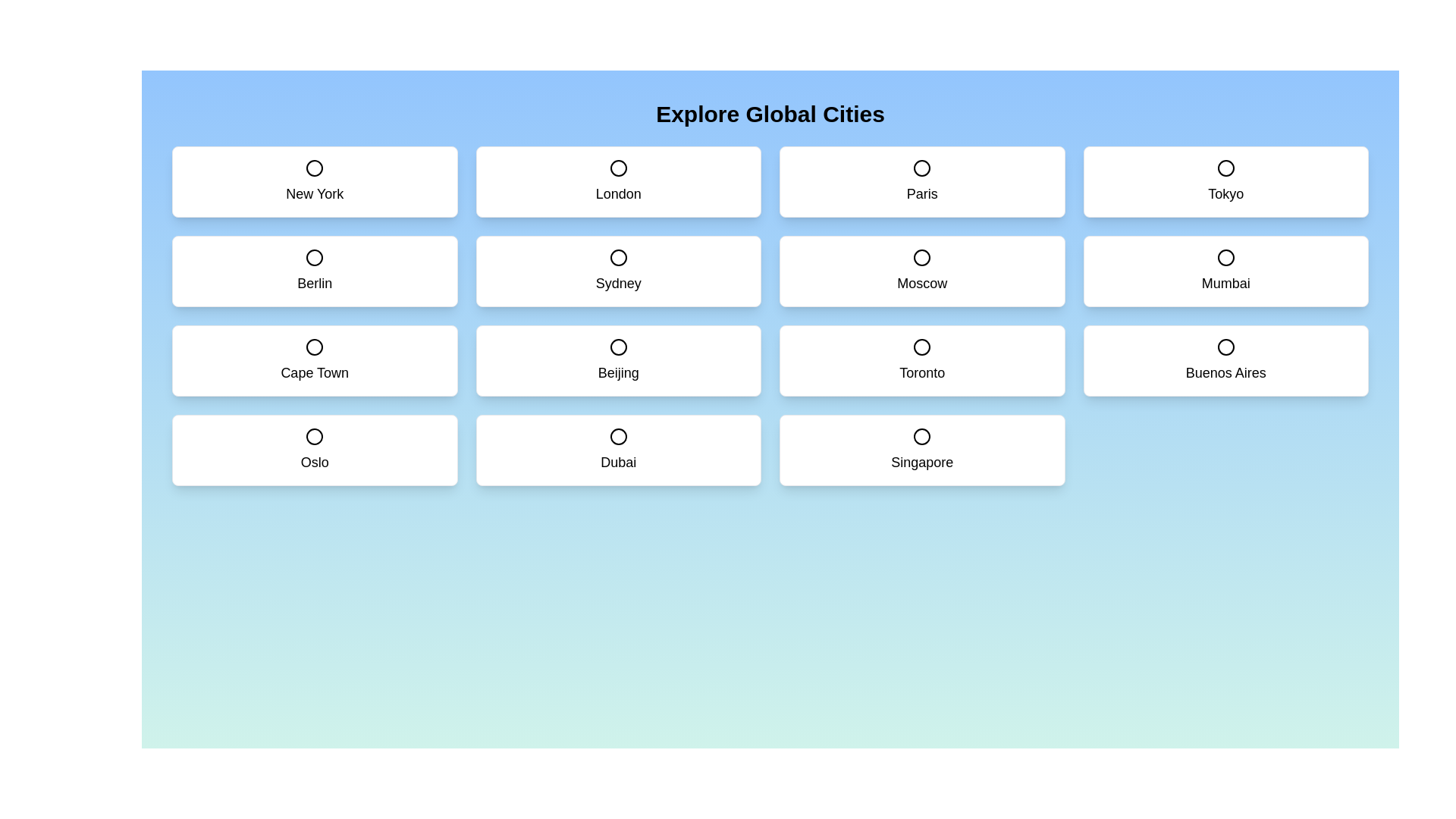 The image size is (1456, 819). Describe the element at coordinates (921, 360) in the screenshot. I see `the city card labeled Toronto to toggle its selection state` at that location.